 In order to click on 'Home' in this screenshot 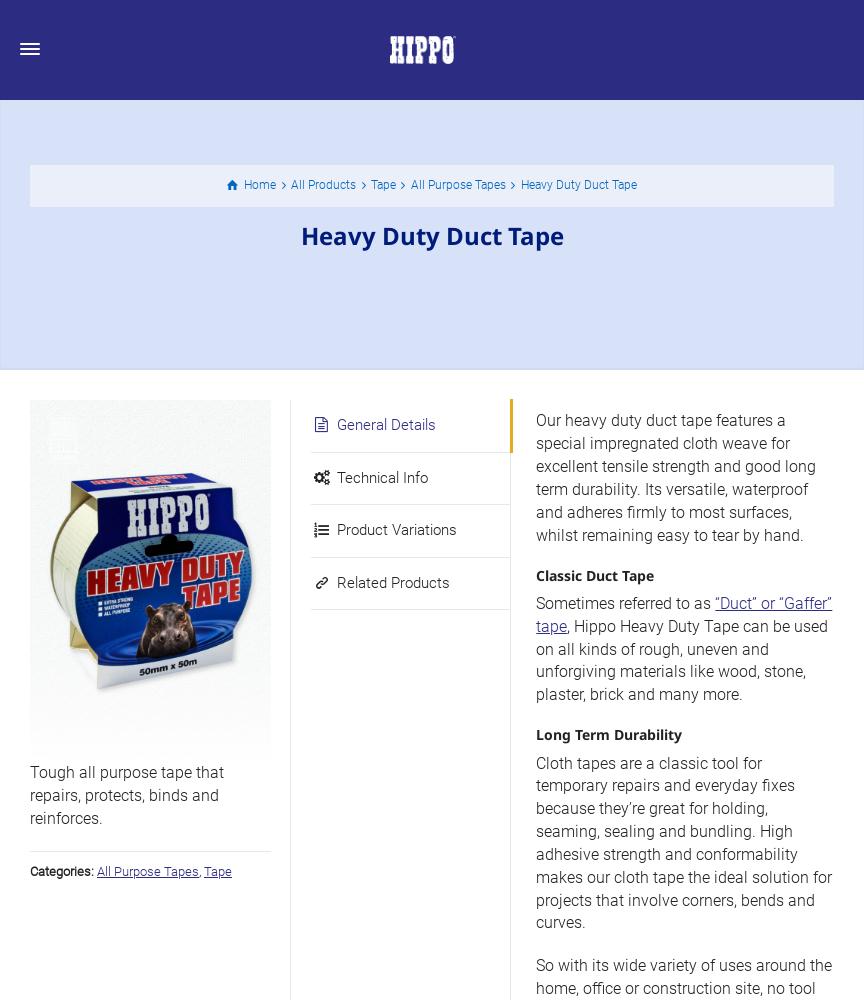, I will do `click(259, 185)`.